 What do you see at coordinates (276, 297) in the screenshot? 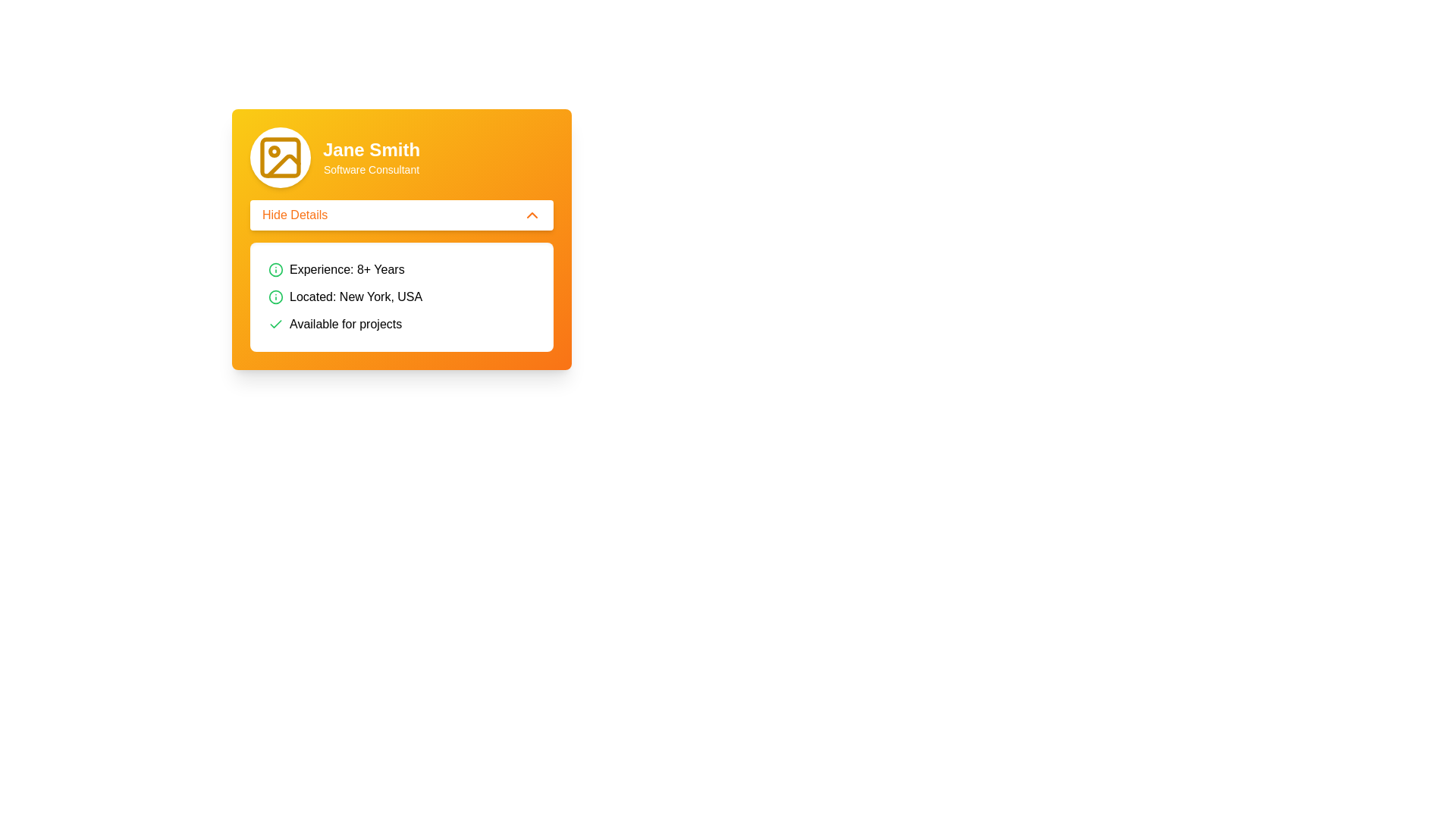
I see `the circular icon located to the left of the text 'Experience: 8+ Years' within the card layout, below the 'Hide Details' button` at bounding box center [276, 297].